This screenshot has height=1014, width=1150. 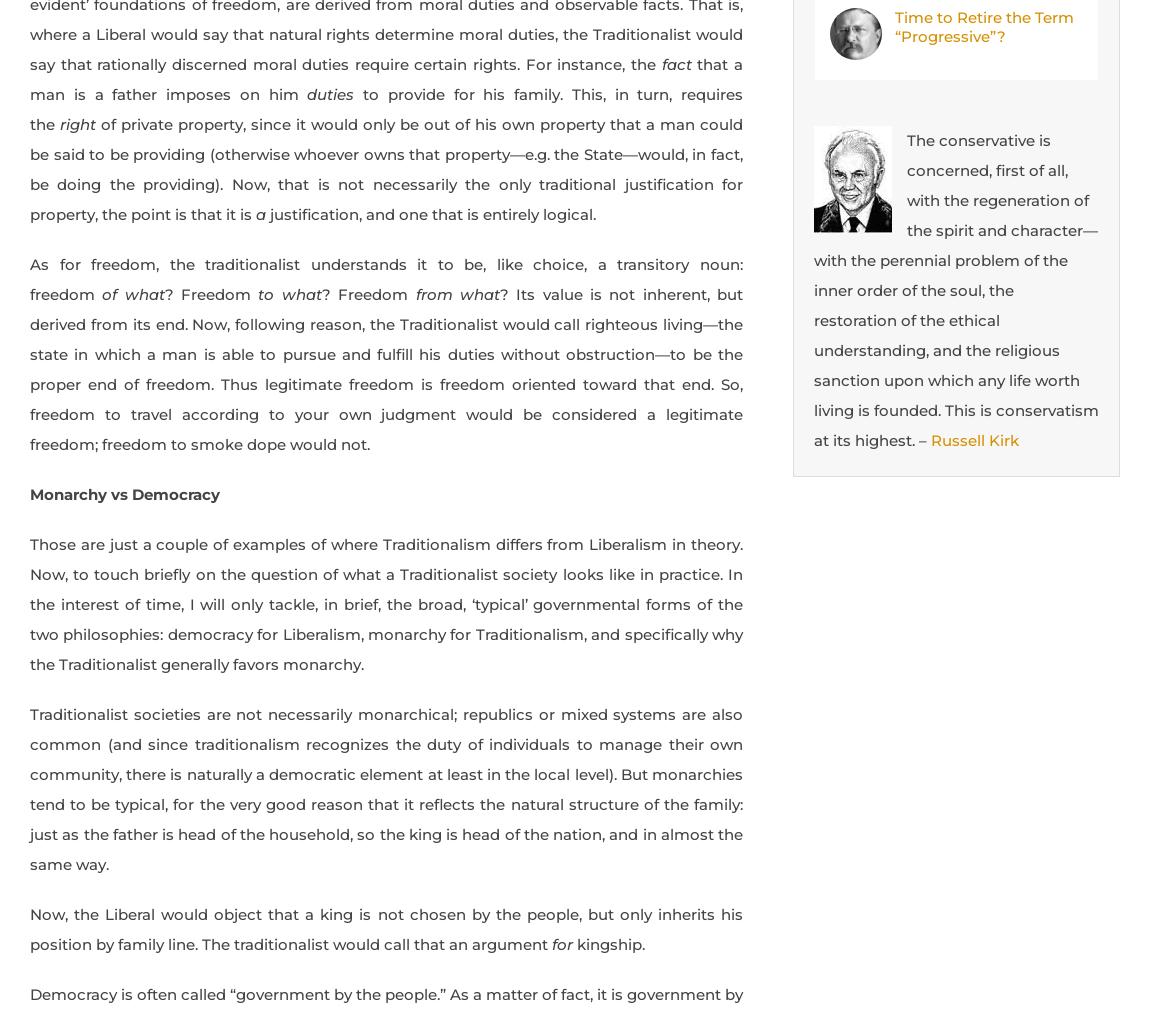 What do you see at coordinates (330, 93) in the screenshot?
I see `'duties'` at bounding box center [330, 93].